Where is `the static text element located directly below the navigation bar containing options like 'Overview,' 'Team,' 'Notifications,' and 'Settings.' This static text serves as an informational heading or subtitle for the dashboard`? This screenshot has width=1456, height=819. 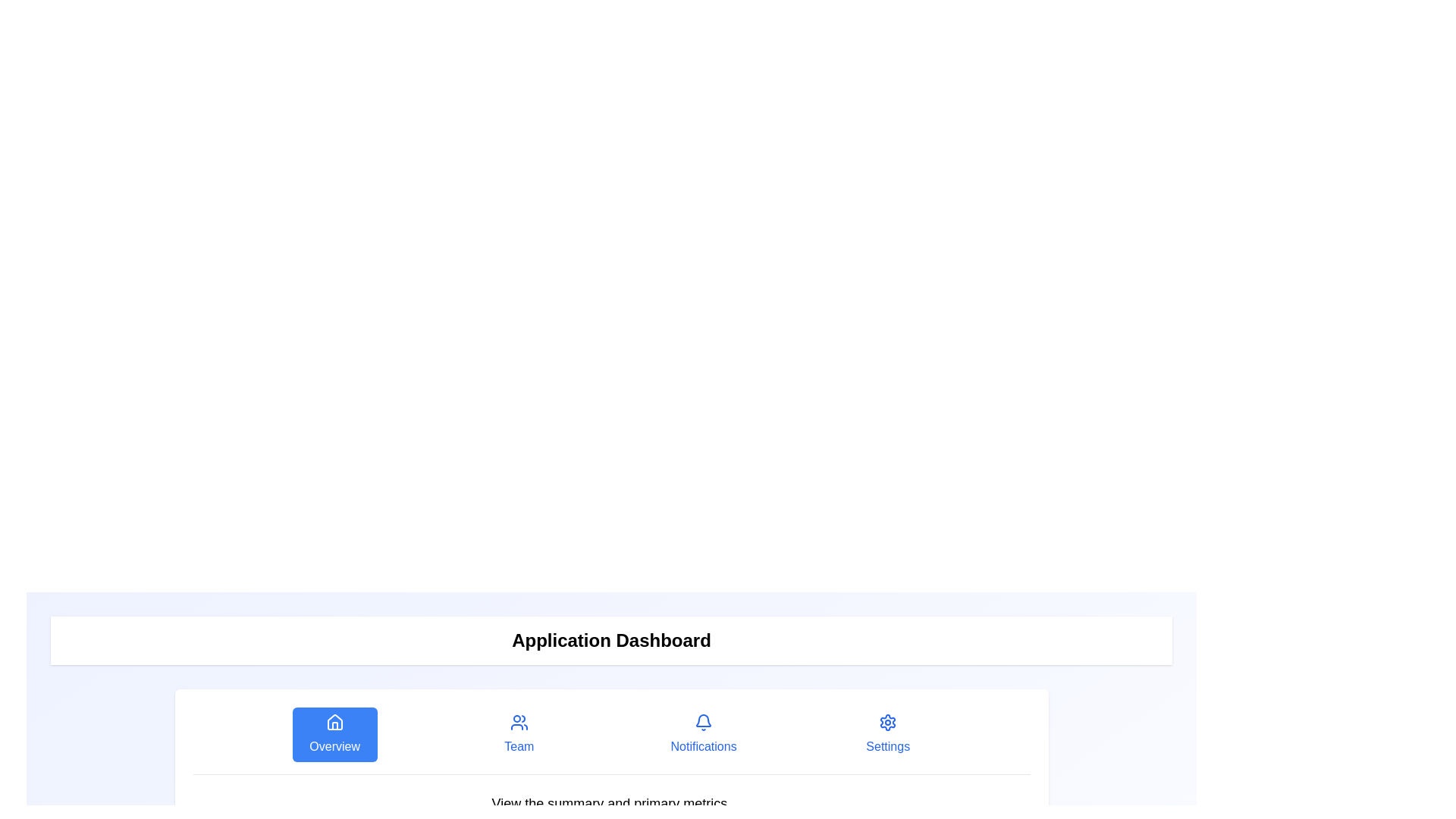 the static text element located directly below the navigation bar containing options like 'Overview,' 'Team,' 'Notifications,' and 'Settings.' This static text serves as an informational heading or subtitle for the dashboard is located at coordinates (611, 803).